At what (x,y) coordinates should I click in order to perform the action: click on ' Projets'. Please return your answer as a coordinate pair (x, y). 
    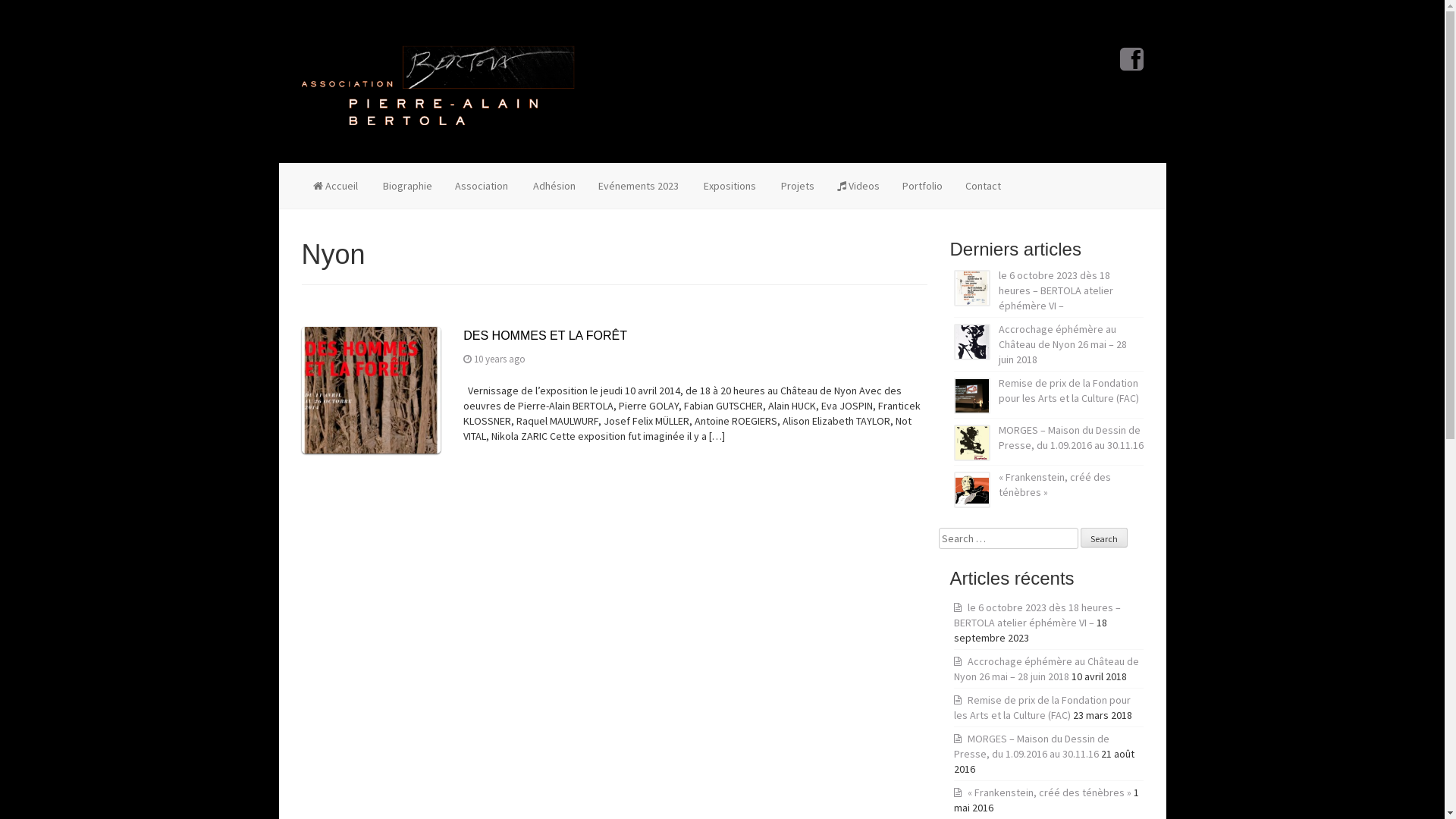
    Looking at the image, I should click on (767, 185).